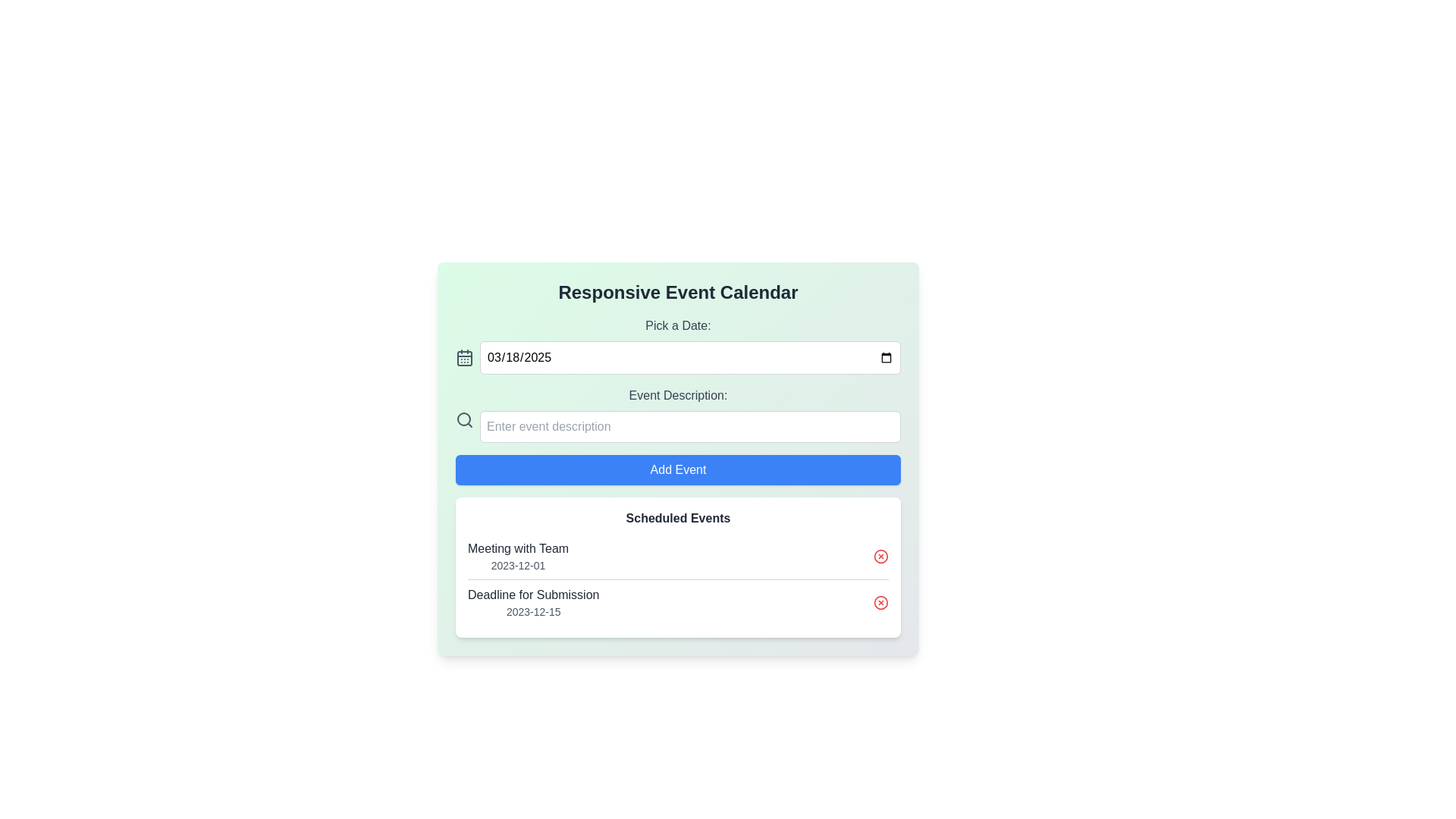 The width and height of the screenshot is (1456, 819). Describe the element at coordinates (464, 420) in the screenshot. I see `the search icon located on the left side of the text input field for event descriptions` at that location.